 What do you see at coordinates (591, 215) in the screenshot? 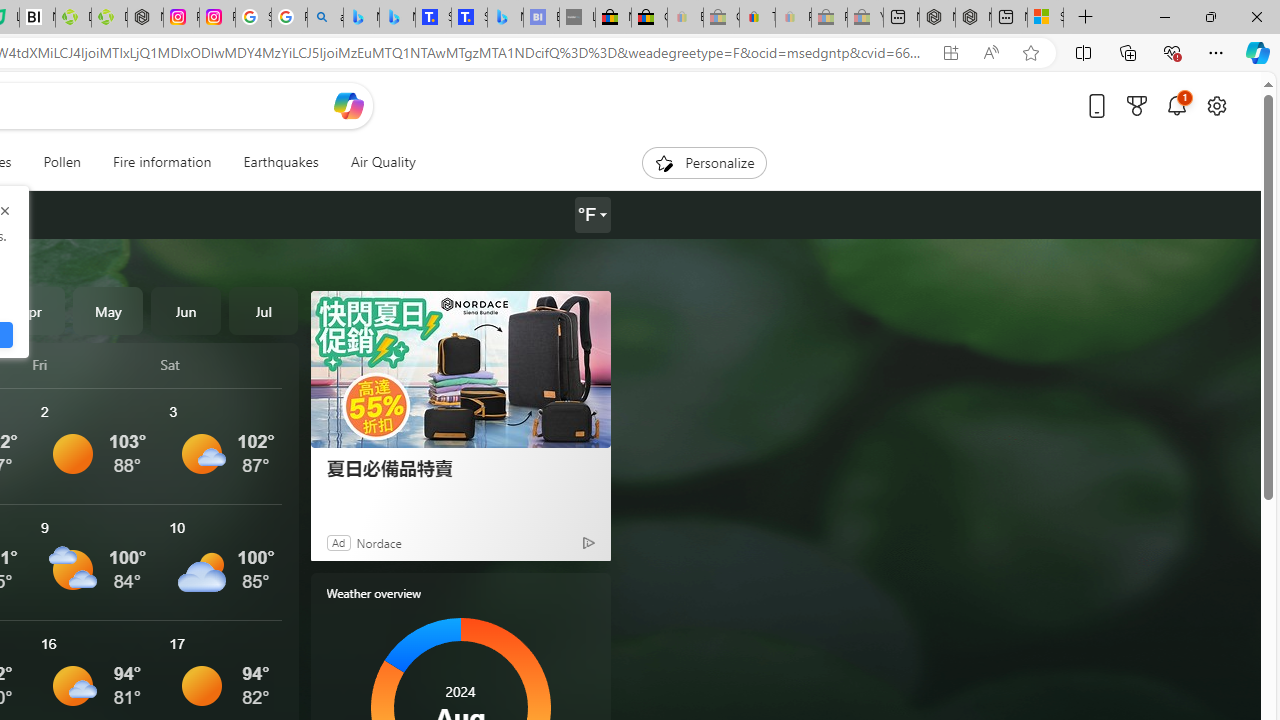
I see `'Weather settings'` at bounding box center [591, 215].